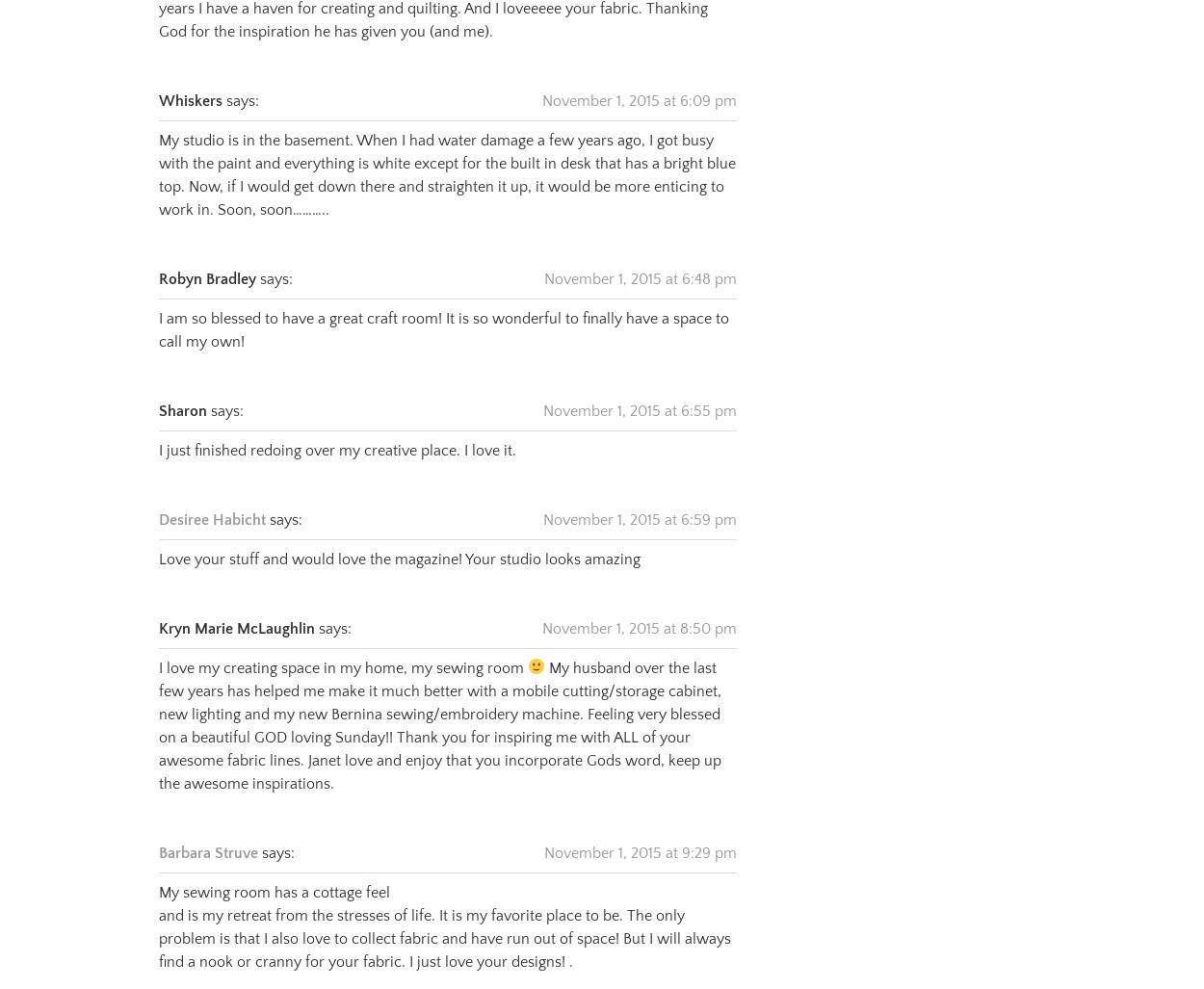  Describe the element at coordinates (159, 828) in the screenshot. I see `'Barbara Struve'` at that location.